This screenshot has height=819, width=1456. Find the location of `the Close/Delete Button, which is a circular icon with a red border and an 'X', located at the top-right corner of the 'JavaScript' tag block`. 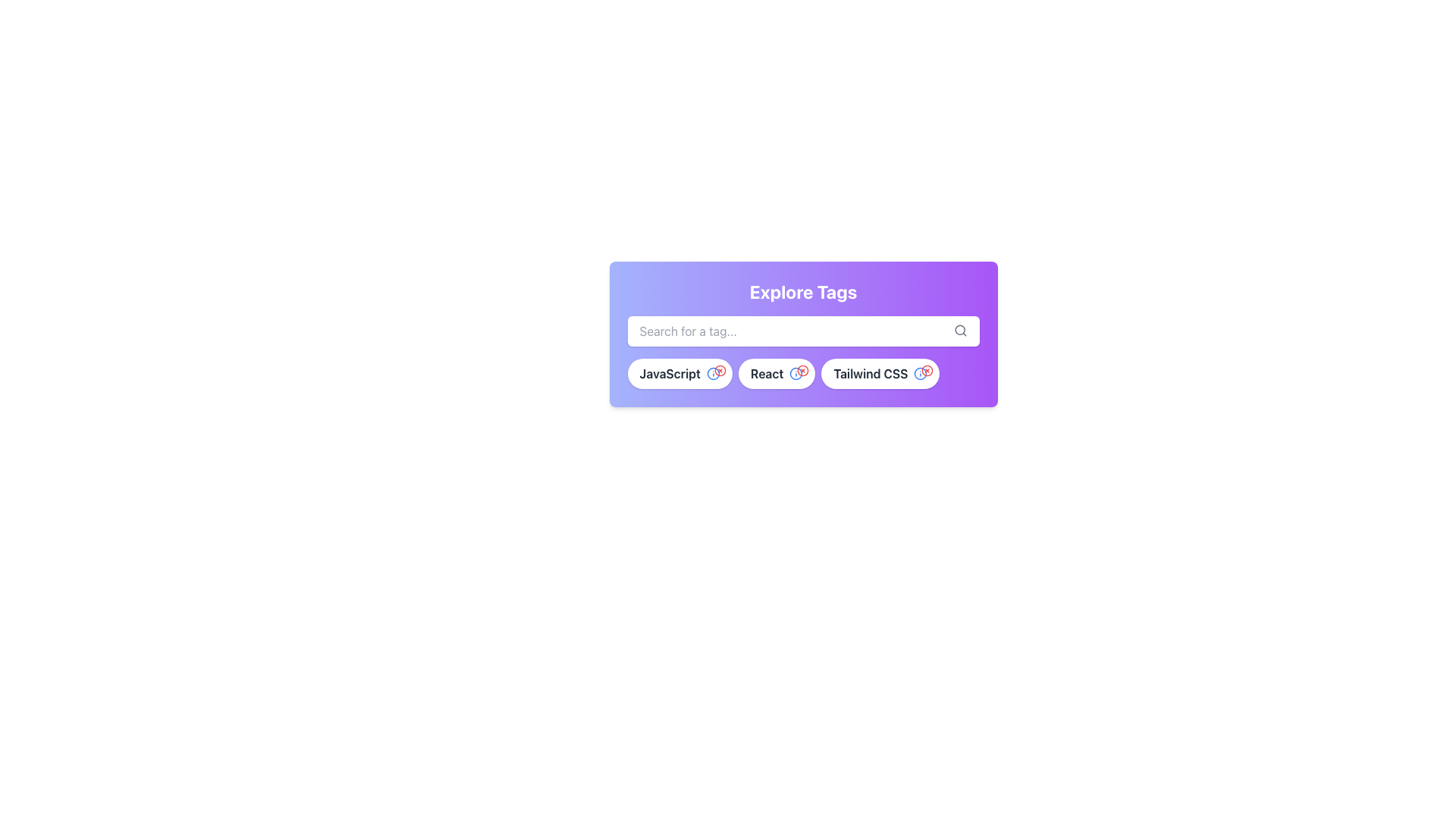

the Close/Delete Button, which is a circular icon with a red border and an 'X', located at the top-right corner of the 'JavaScript' tag block is located at coordinates (720, 371).